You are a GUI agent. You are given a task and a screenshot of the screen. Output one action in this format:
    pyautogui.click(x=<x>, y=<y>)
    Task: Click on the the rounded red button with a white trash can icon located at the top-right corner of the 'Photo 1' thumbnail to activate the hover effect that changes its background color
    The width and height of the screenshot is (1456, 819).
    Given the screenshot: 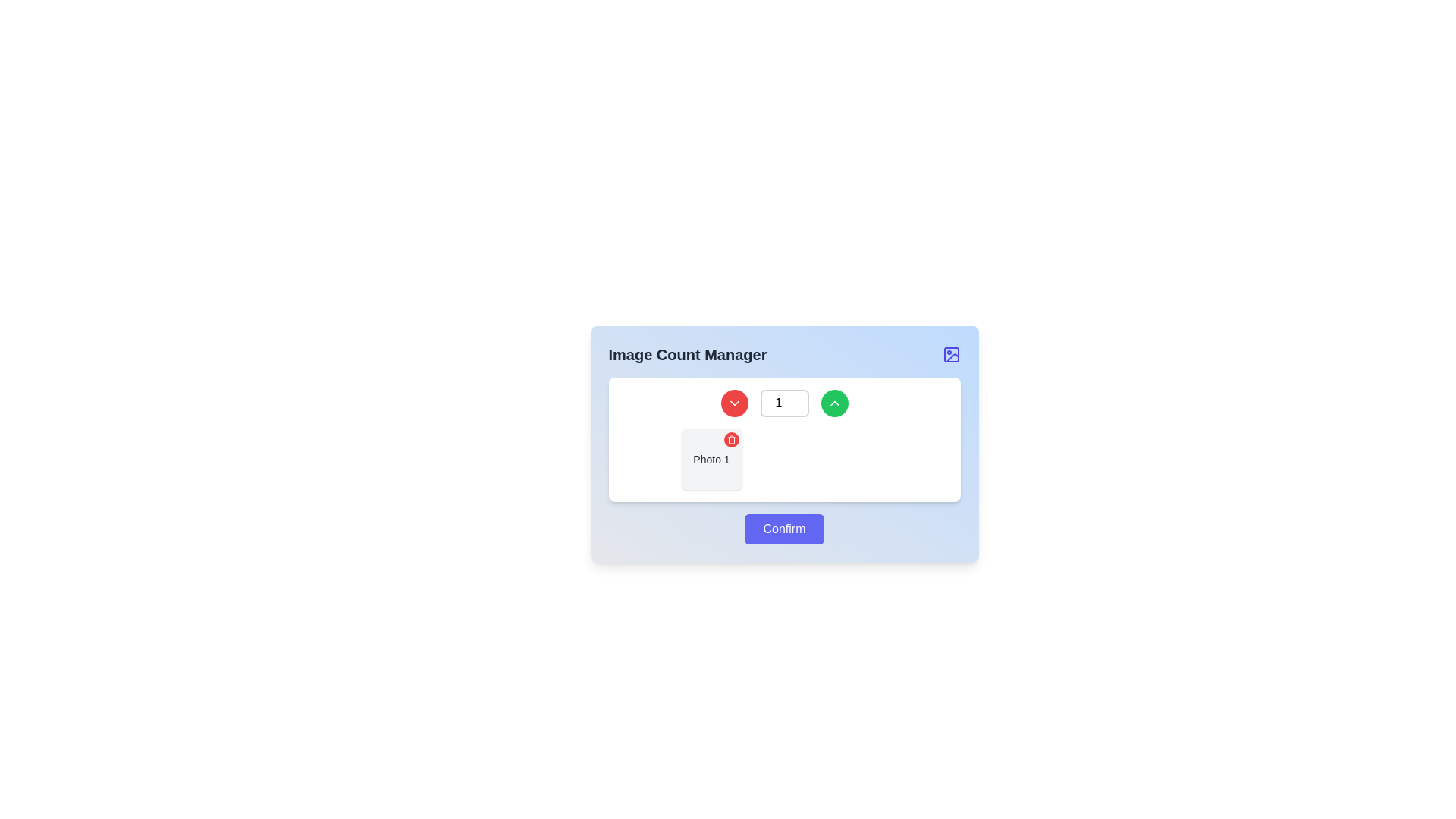 What is the action you would take?
    pyautogui.click(x=731, y=439)
    